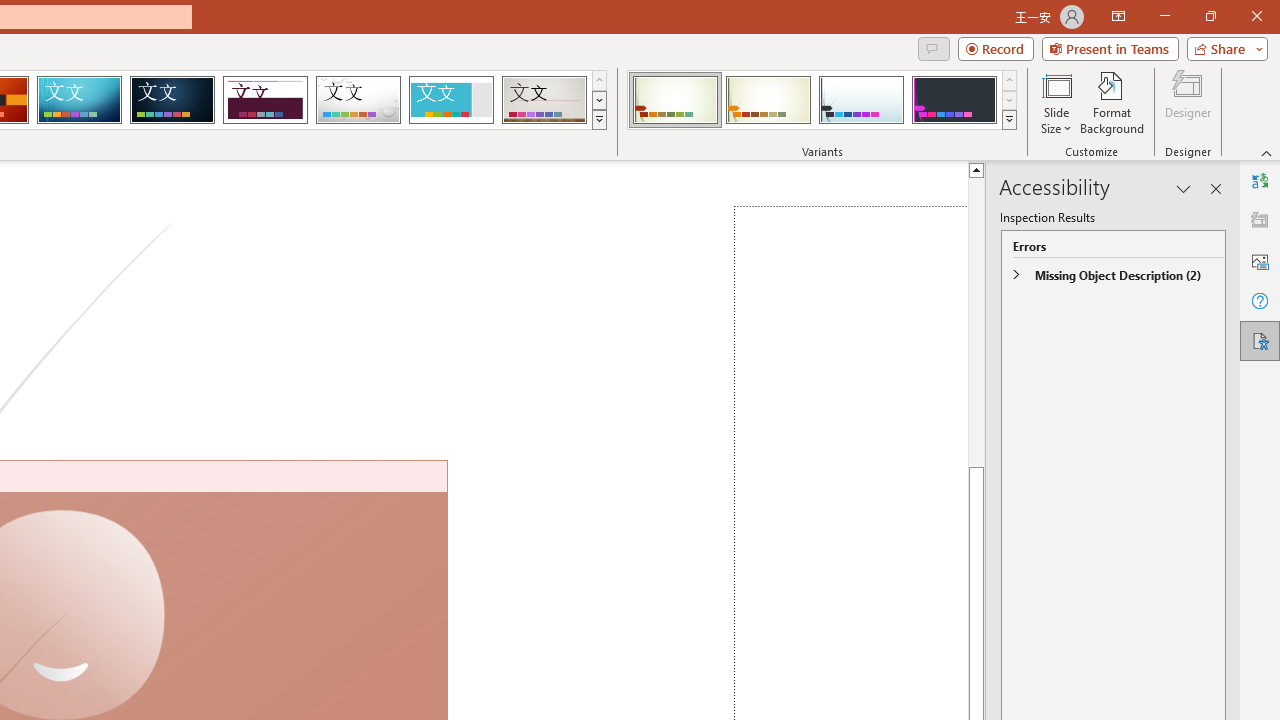 The width and height of the screenshot is (1280, 720). What do you see at coordinates (172, 100) in the screenshot?
I see `'Damask'` at bounding box center [172, 100].